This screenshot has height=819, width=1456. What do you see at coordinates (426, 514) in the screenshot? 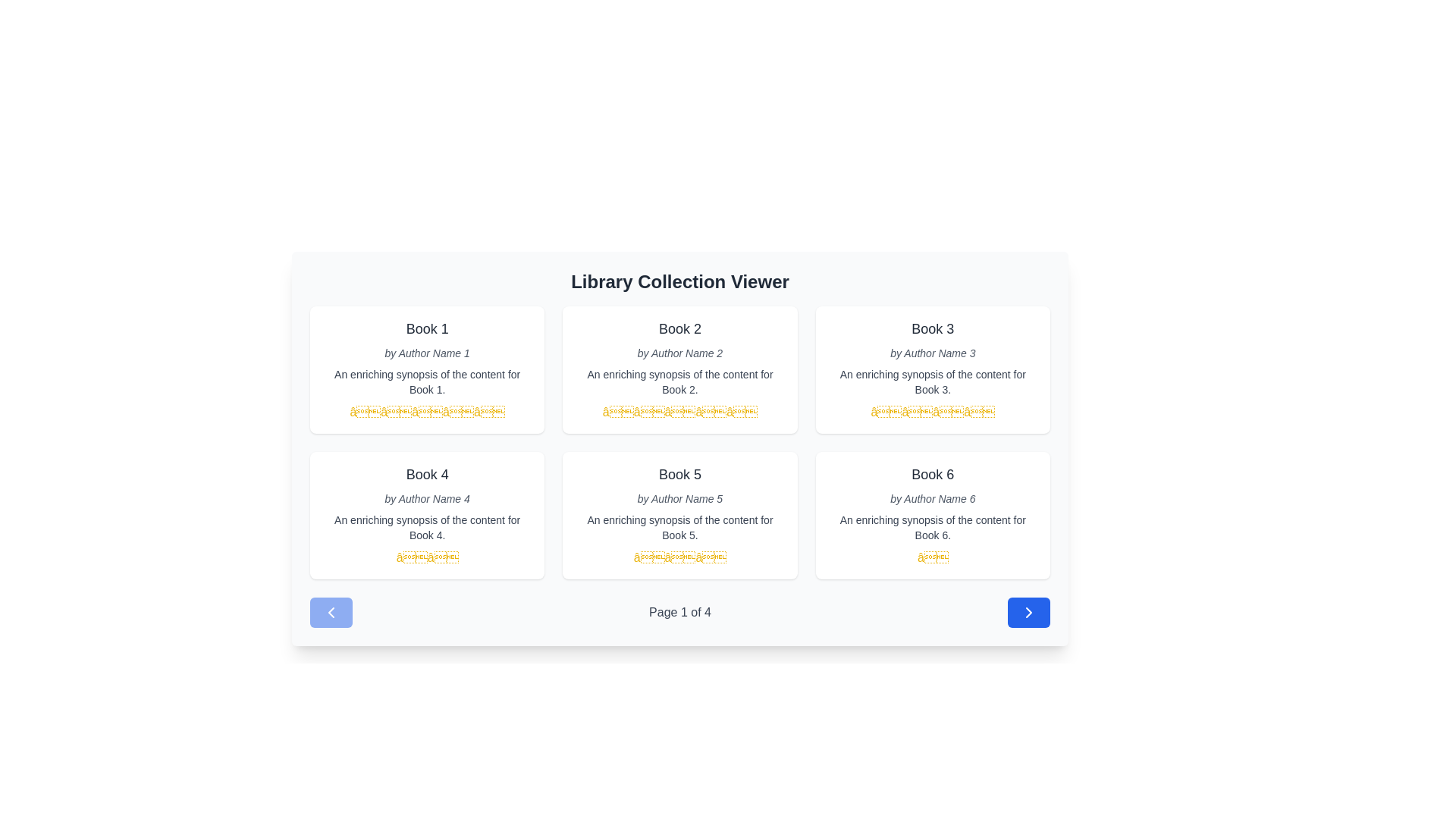
I see `the fourth Card element in the grid layout, which has a white background, rounded corners, and contains the title 'Book 4'` at bounding box center [426, 514].